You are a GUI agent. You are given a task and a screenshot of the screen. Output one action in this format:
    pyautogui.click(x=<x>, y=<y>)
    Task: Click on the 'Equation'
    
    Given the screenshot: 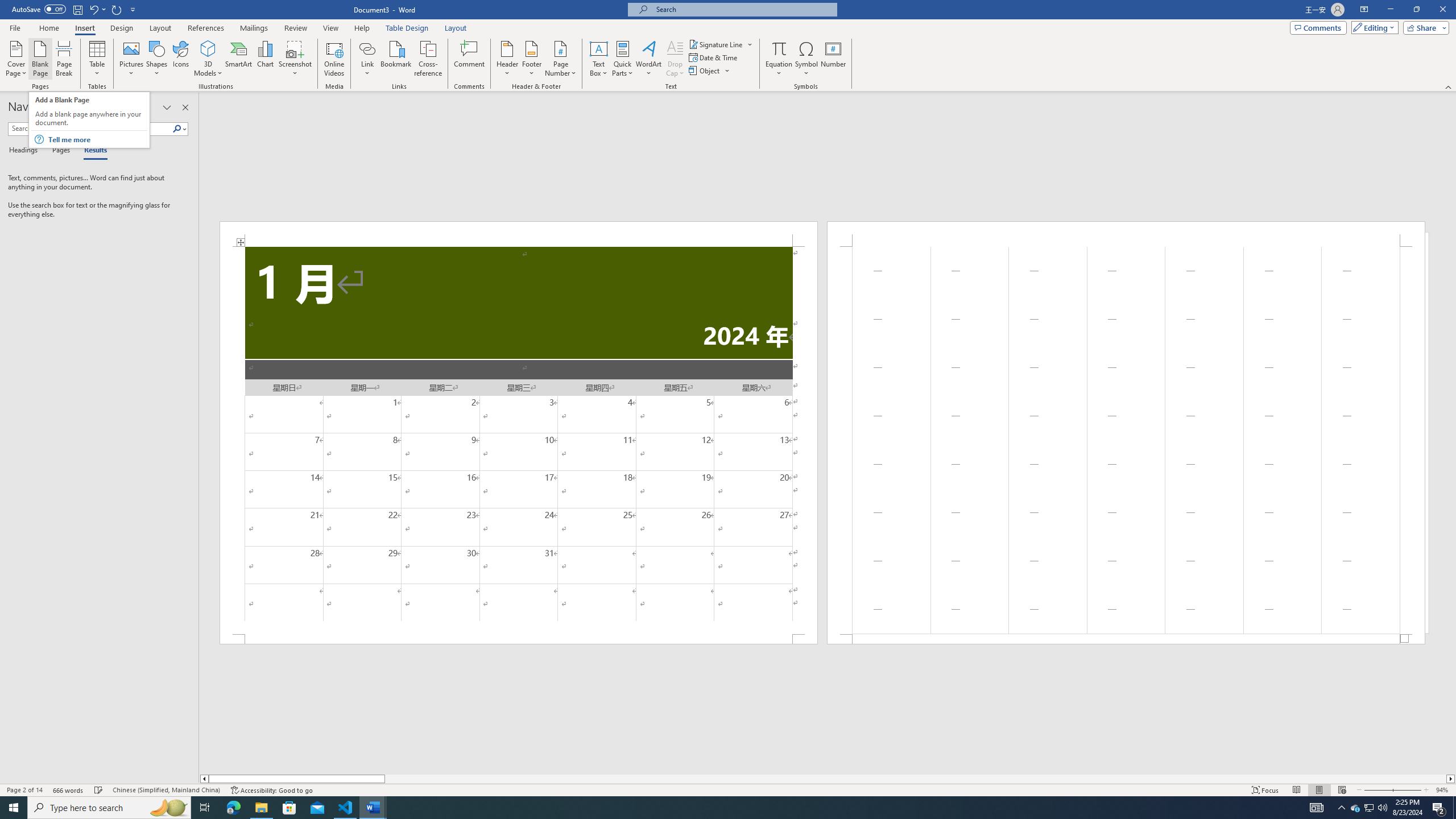 What is the action you would take?
    pyautogui.click(x=779, y=48)
    